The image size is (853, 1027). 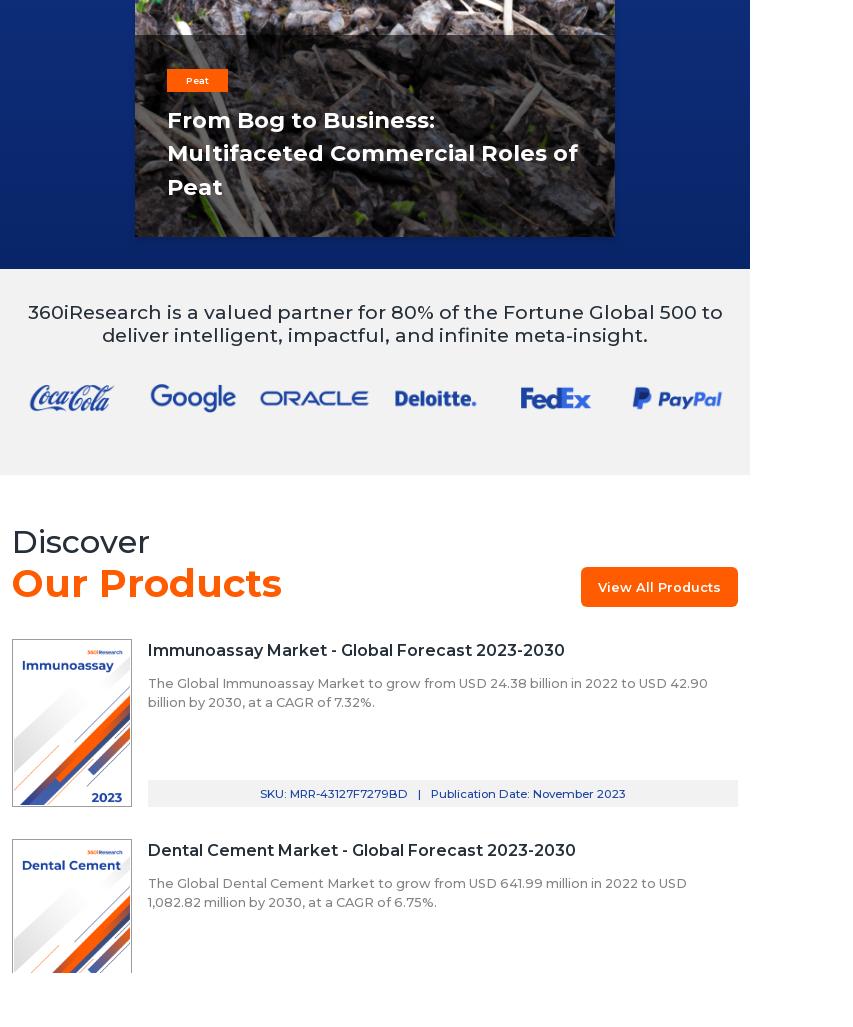 I want to click on 'The Global Dental Cement Market to grow from USD 641.99 million in 2022 to USD 1,082.82 million by 2030, at a CAGR of 6.75%.', so click(x=416, y=891).